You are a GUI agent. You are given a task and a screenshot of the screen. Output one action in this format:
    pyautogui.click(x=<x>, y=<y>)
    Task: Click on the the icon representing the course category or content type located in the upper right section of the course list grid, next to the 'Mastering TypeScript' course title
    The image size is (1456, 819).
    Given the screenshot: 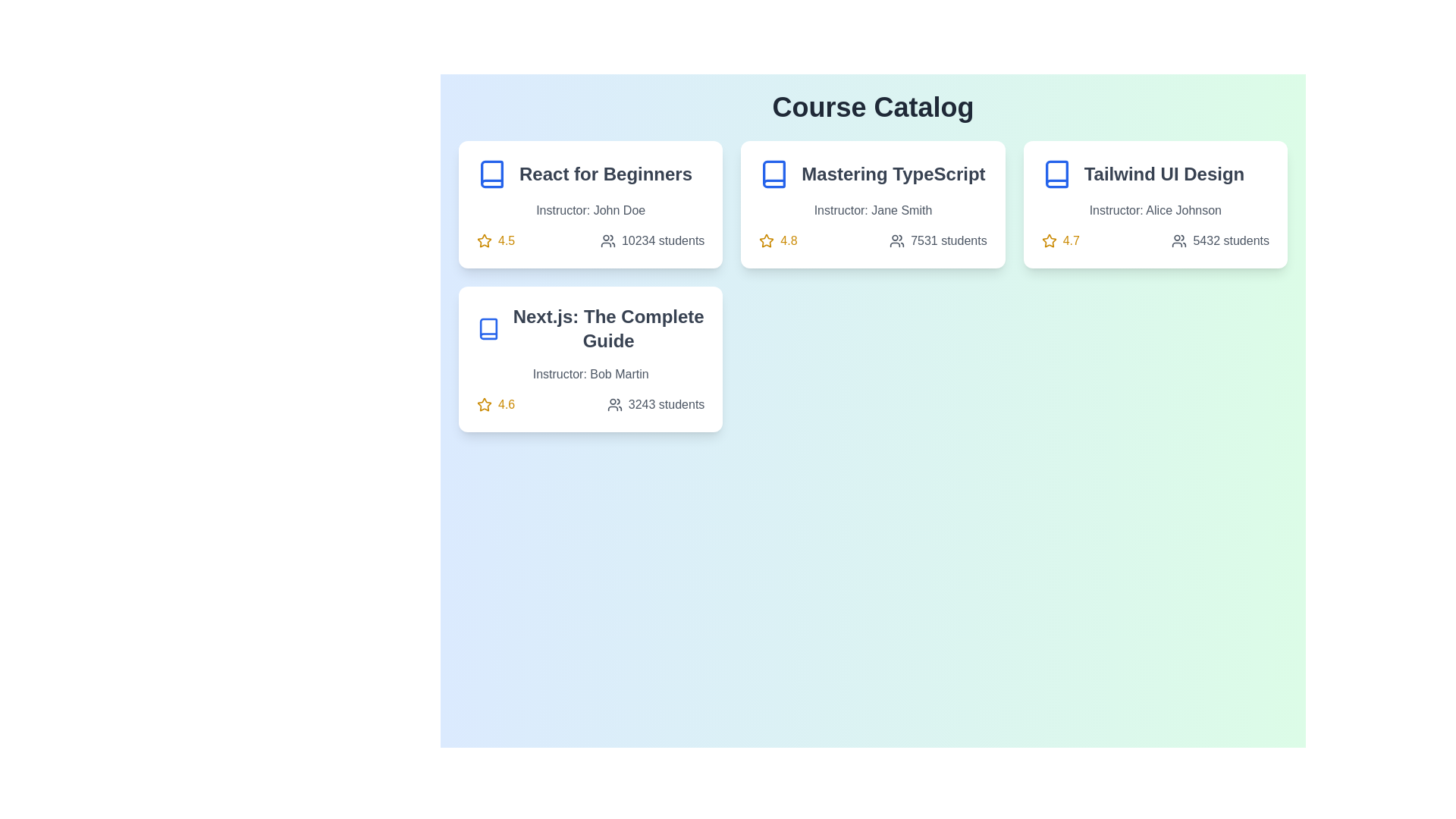 What is the action you would take?
    pyautogui.click(x=774, y=174)
    